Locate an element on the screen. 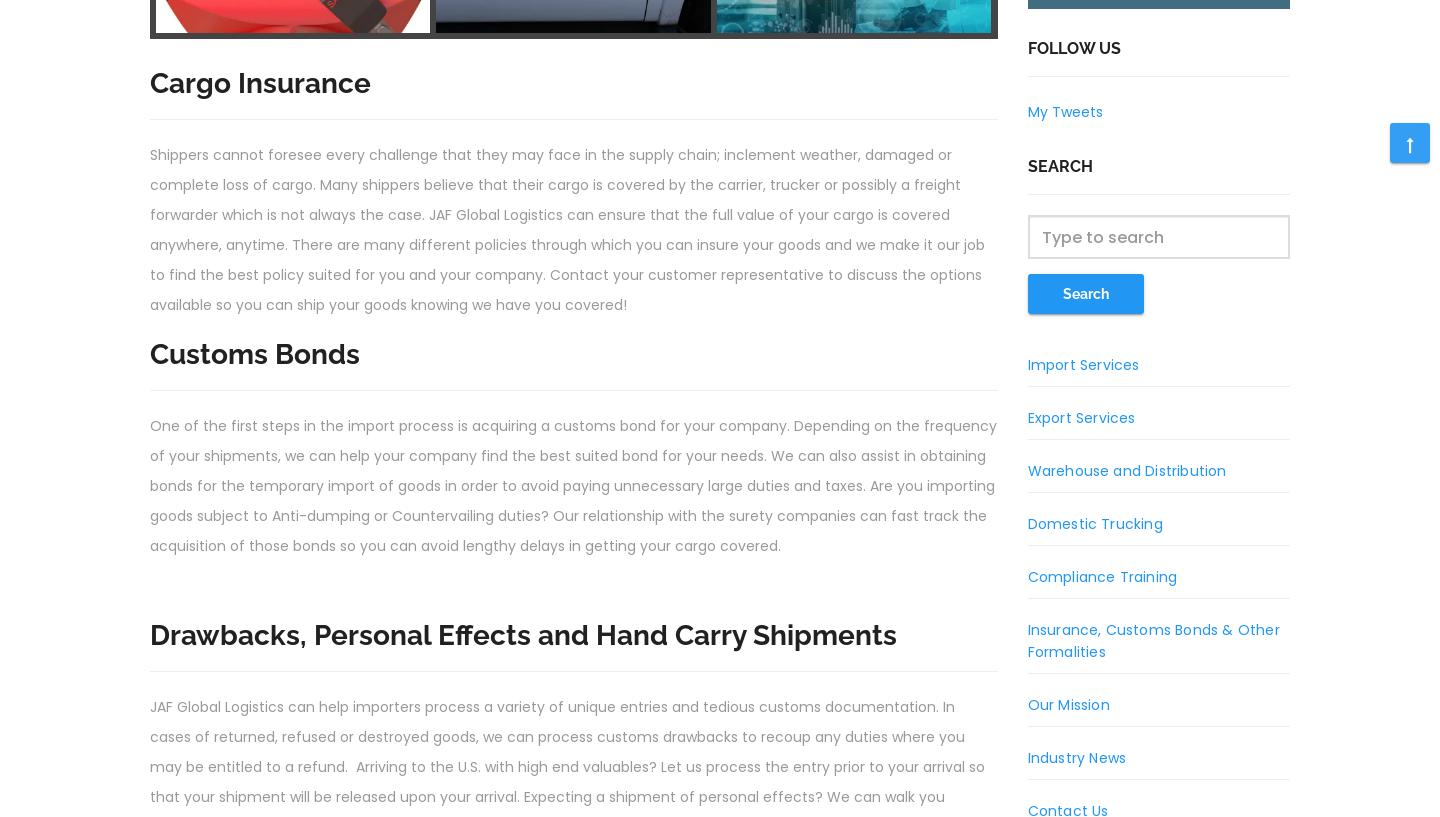 Image resolution: width=1440 pixels, height=817 pixels. 'Insurance, Customs Bonds & Other Formalities' is located at coordinates (1027, 641).